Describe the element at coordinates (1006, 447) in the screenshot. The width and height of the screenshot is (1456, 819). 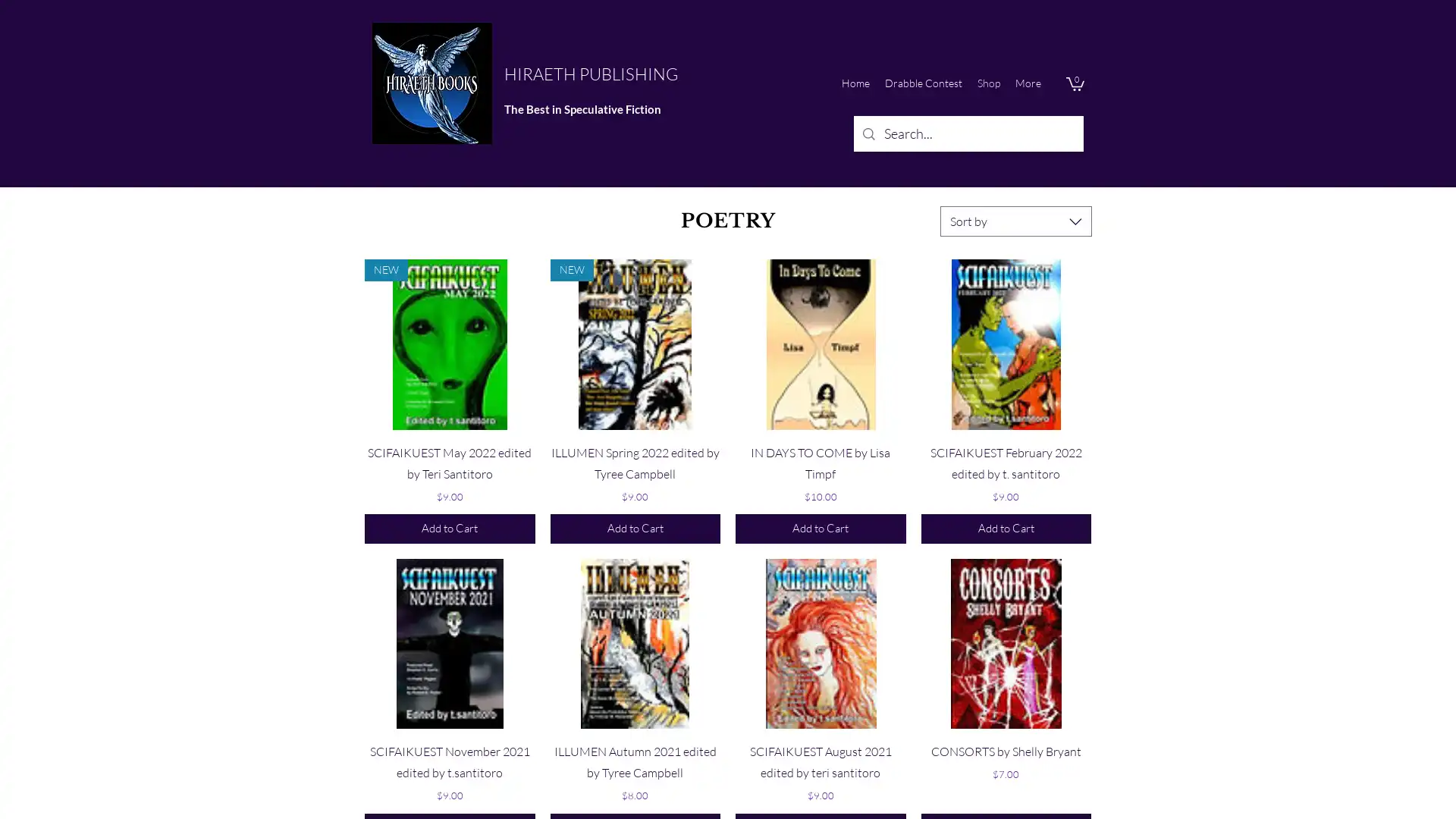
I see `Quick View` at that location.